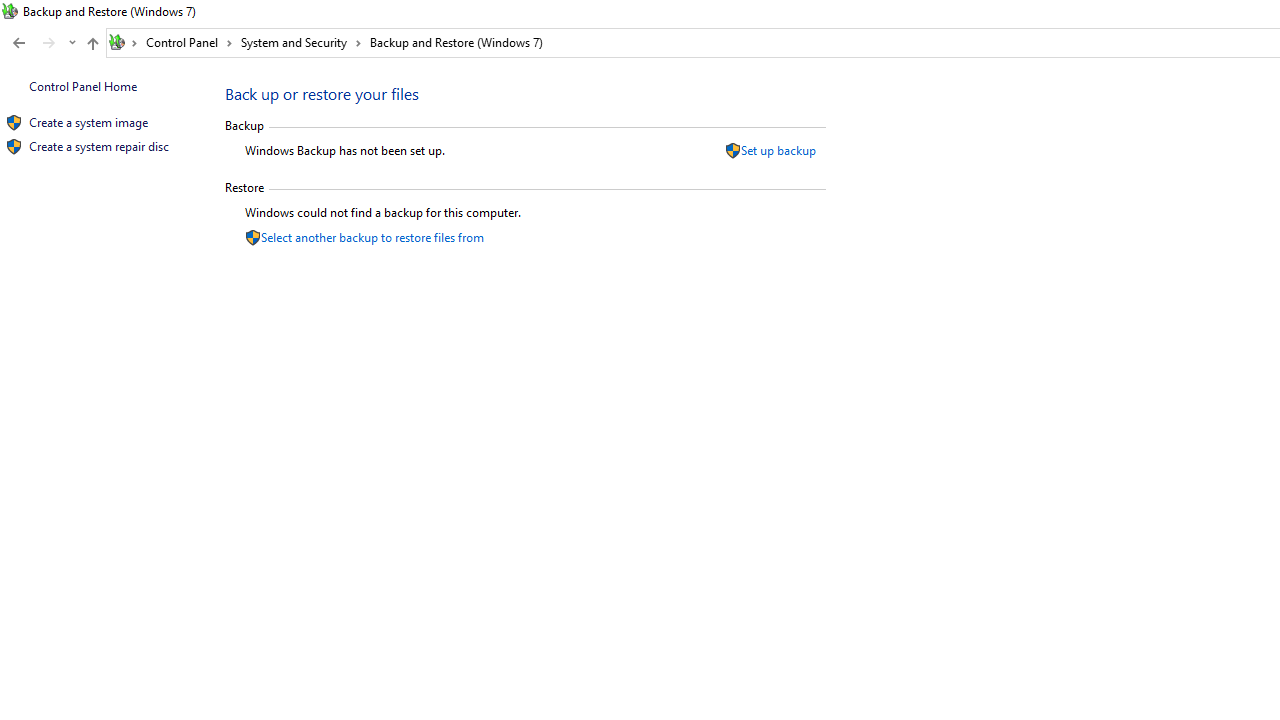 The image size is (1280, 720). What do you see at coordinates (19, 43) in the screenshot?
I see `'Back to System and Security (Alt + Left Arrow)'` at bounding box center [19, 43].